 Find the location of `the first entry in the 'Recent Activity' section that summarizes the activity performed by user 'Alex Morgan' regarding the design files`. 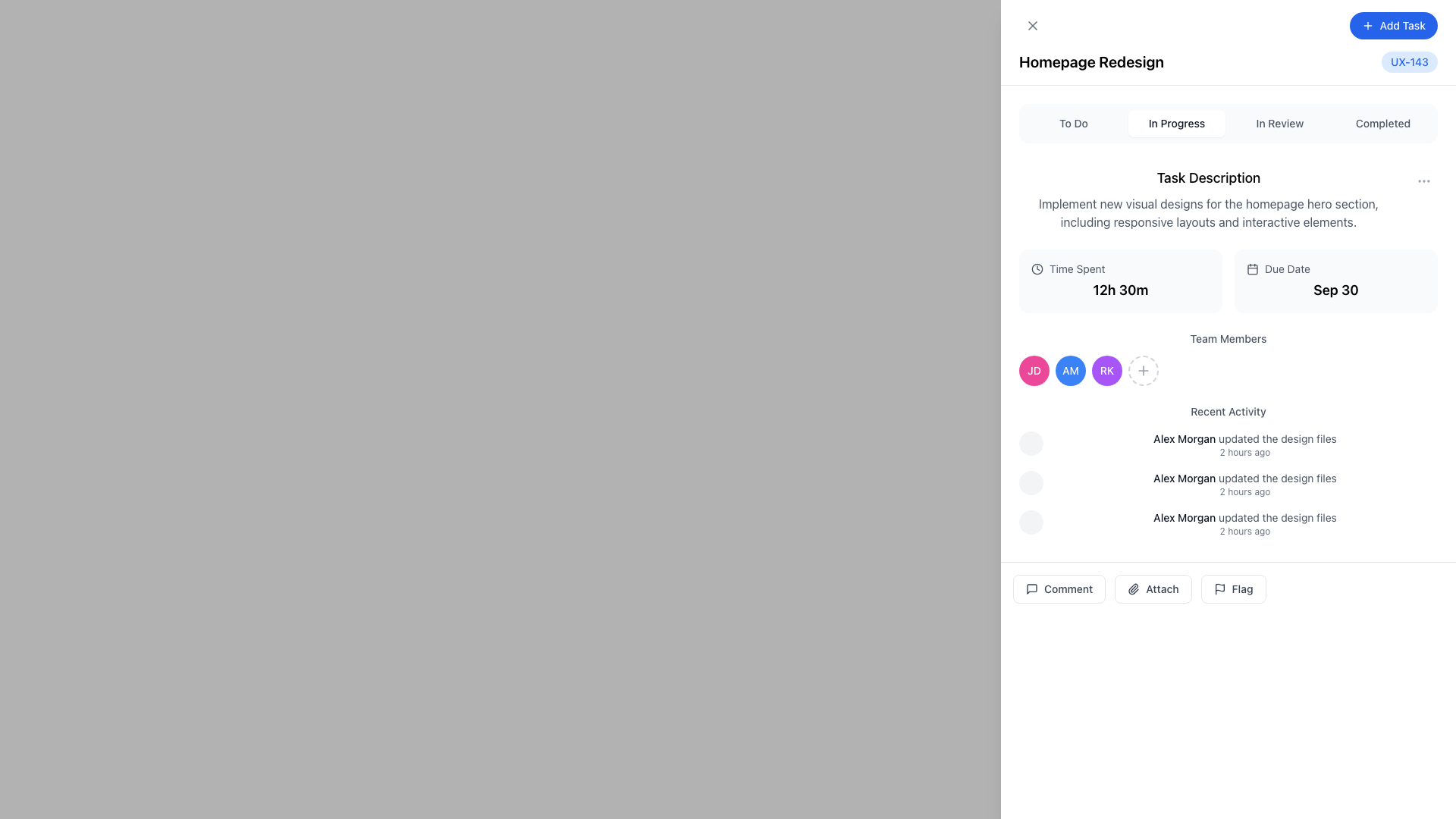

the first entry in the 'Recent Activity' section that summarizes the activity performed by user 'Alex Morgan' regarding the design files is located at coordinates (1228, 444).